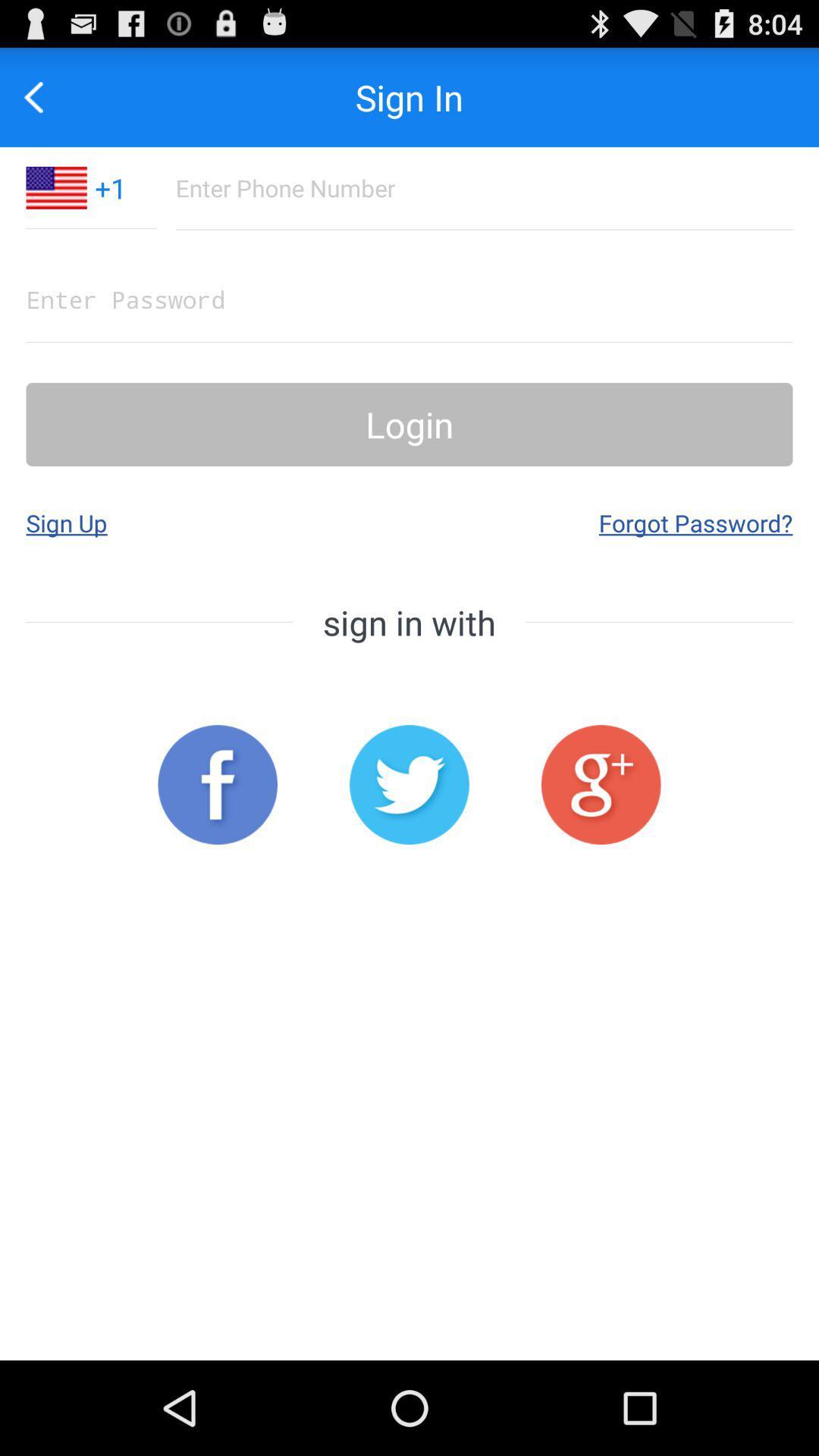 Image resolution: width=819 pixels, height=1456 pixels. What do you see at coordinates (55, 187) in the screenshot?
I see `usa flag` at bounding box center [55, 187].